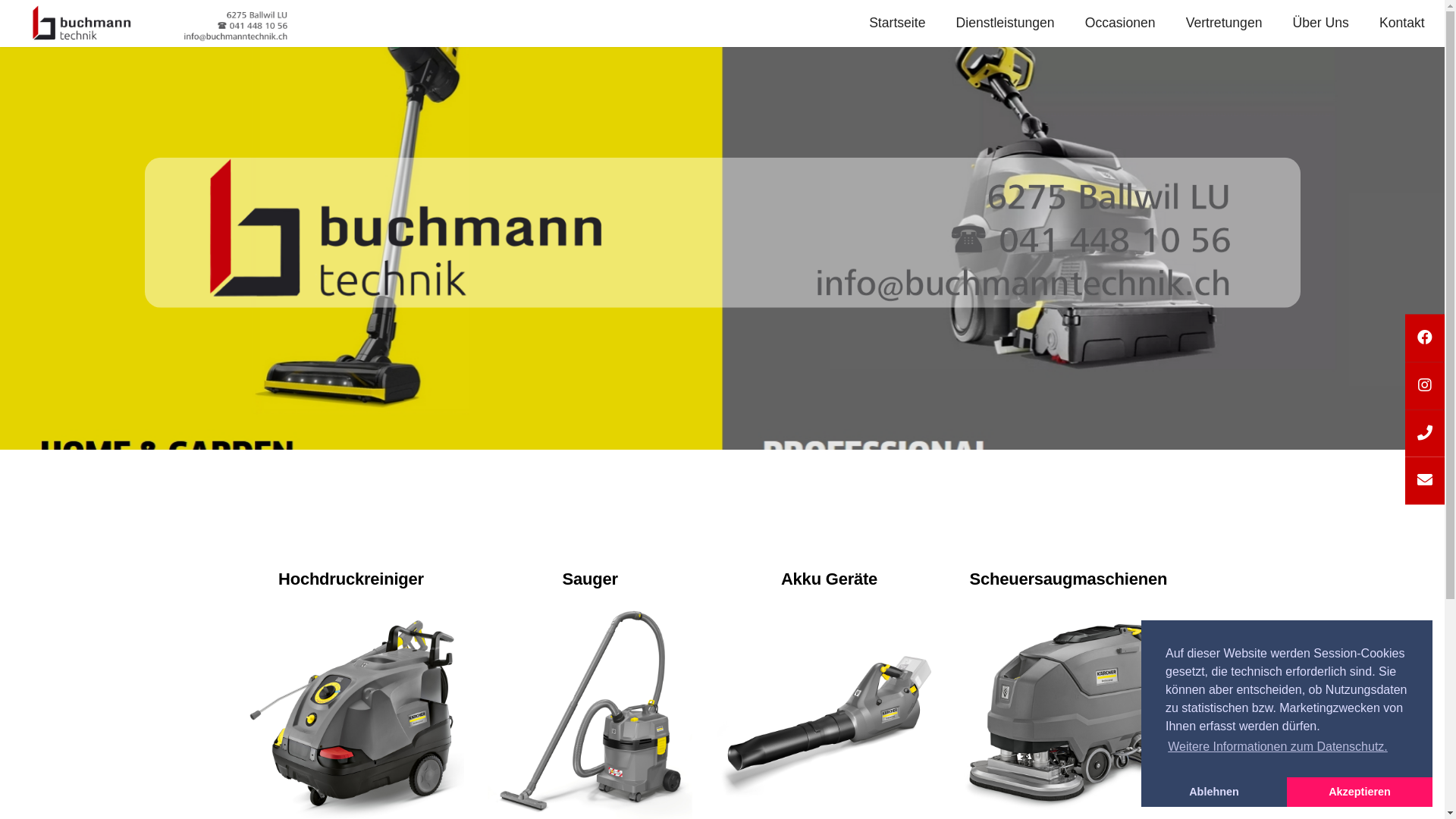 Image resolution: width=1456 pixels, height=819 pixels. Describe the element at coordinates (1379, 23) in the screenshot. I see `'Kontakt'` at that location.